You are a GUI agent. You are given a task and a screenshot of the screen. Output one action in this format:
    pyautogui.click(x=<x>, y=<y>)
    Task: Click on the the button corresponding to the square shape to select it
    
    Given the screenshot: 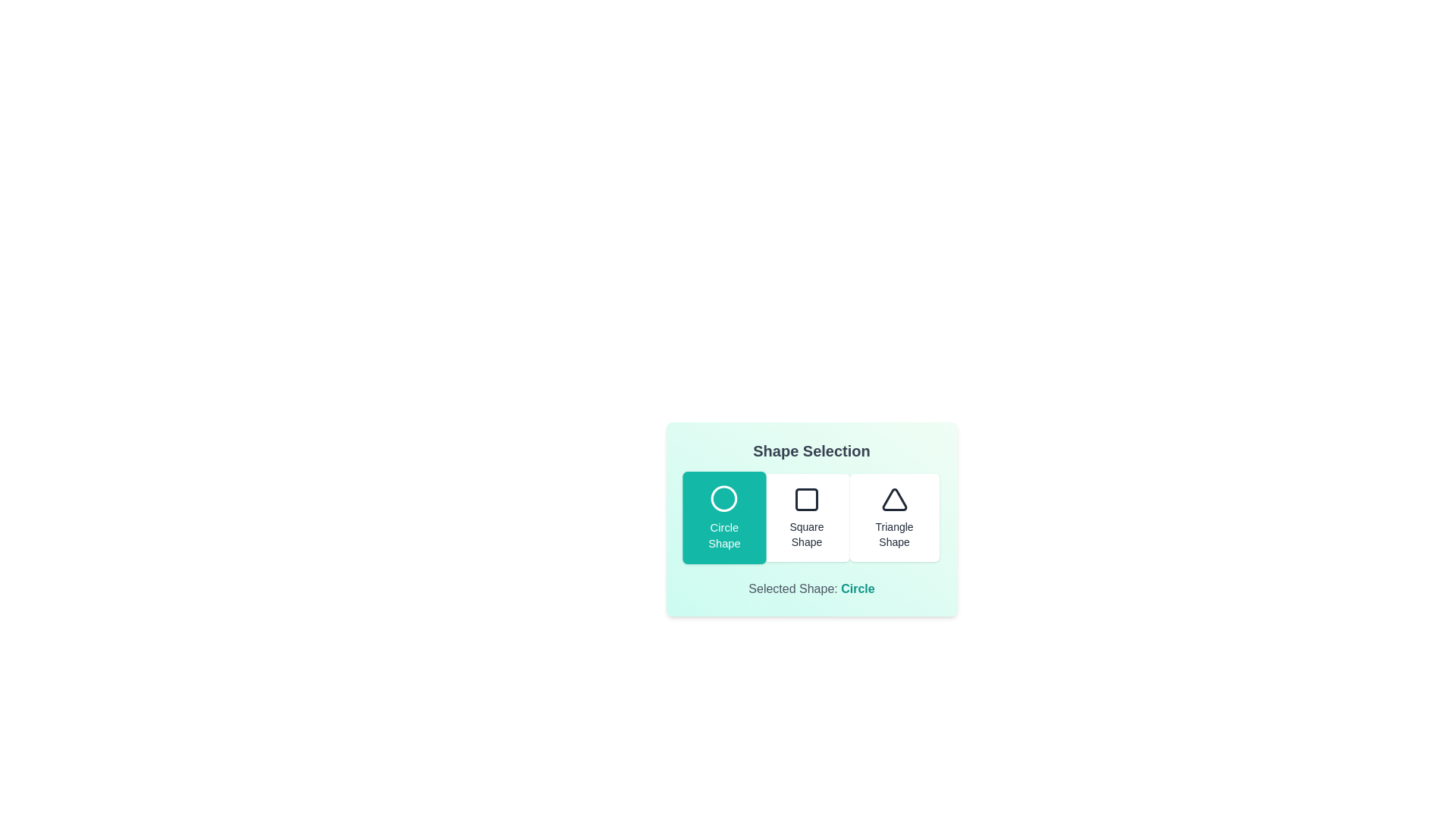 What is the action you would take?
    pyautogui.click(x=806, y=516)
    